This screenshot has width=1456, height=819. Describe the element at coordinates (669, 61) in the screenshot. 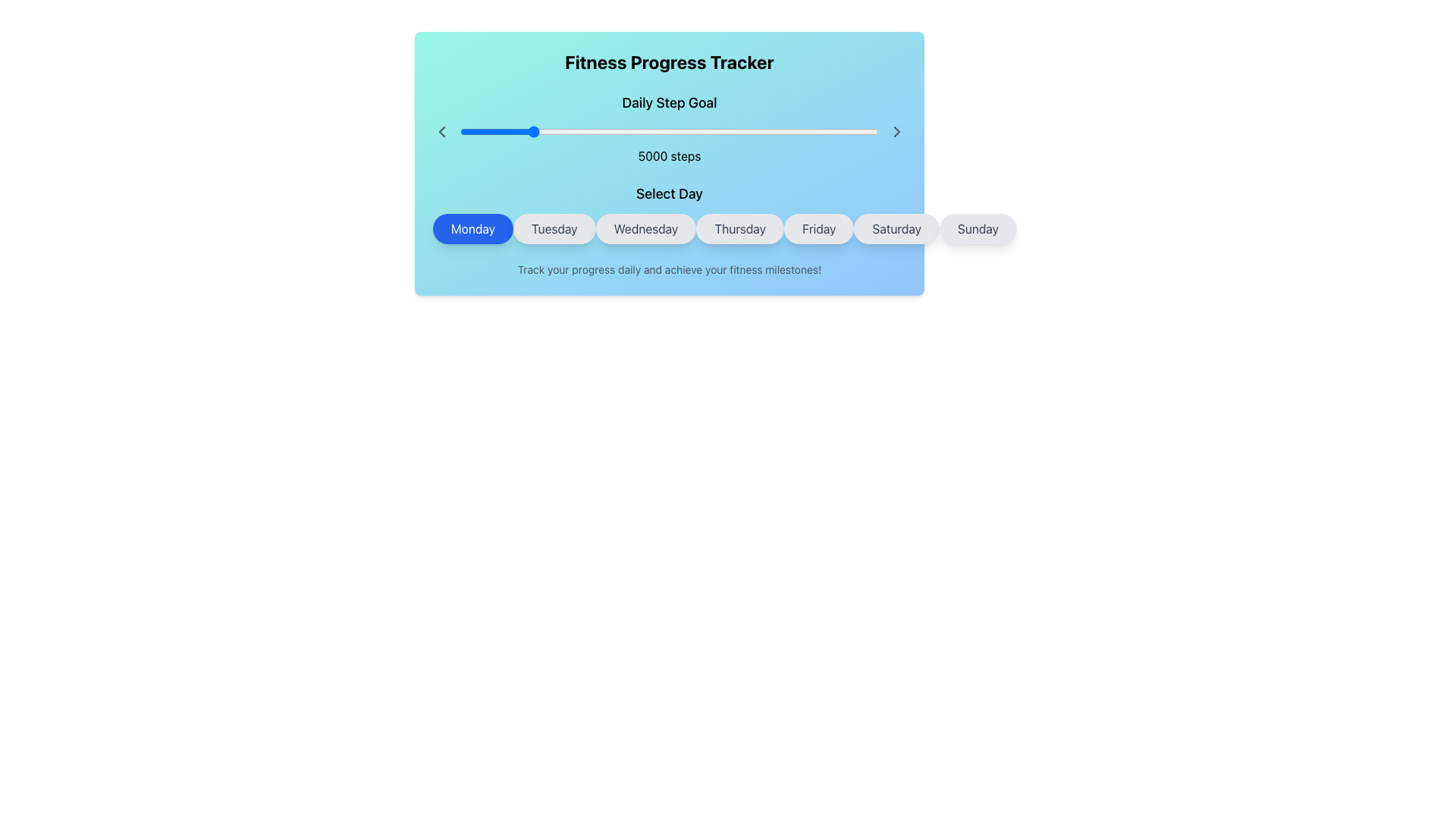

I see `the static text header indicating the purpose of the fitness progress tracker, which is positioned above the 'Daily Step Goal' text` at that location.